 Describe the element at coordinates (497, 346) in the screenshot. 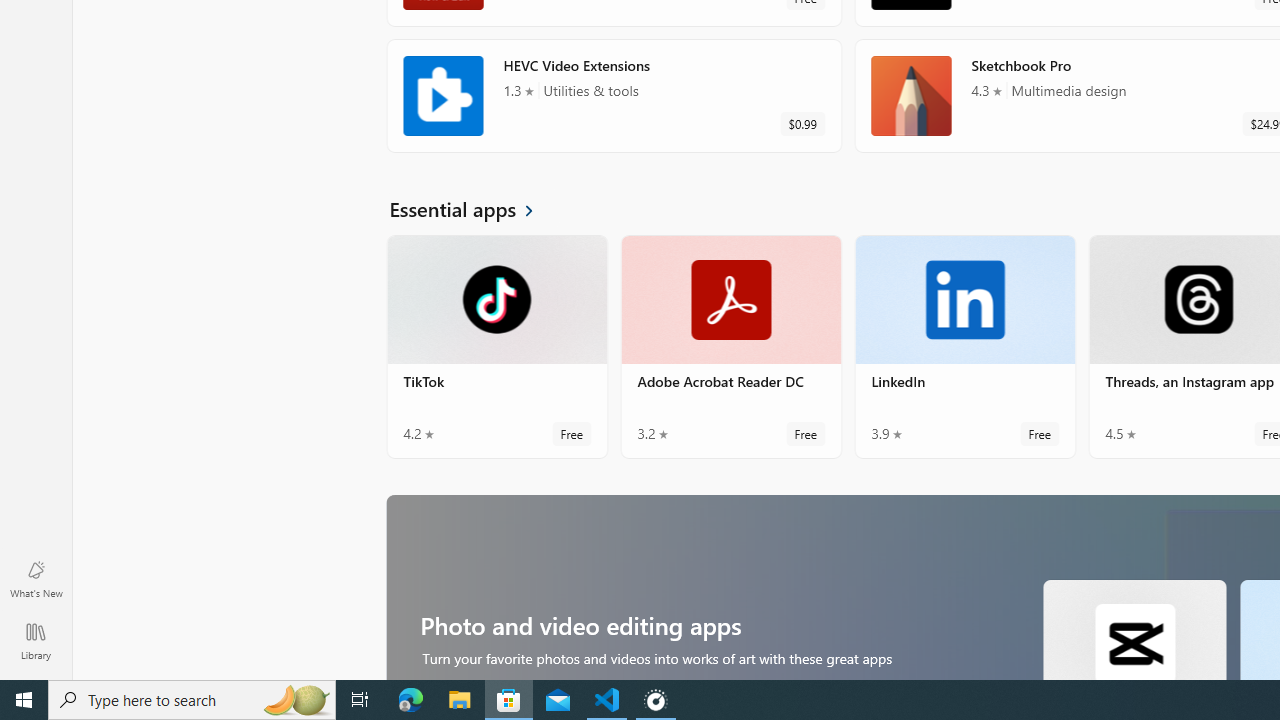

I see `'TikTok. Average rating of 4.2 out of five stars. Free  '` at that location.